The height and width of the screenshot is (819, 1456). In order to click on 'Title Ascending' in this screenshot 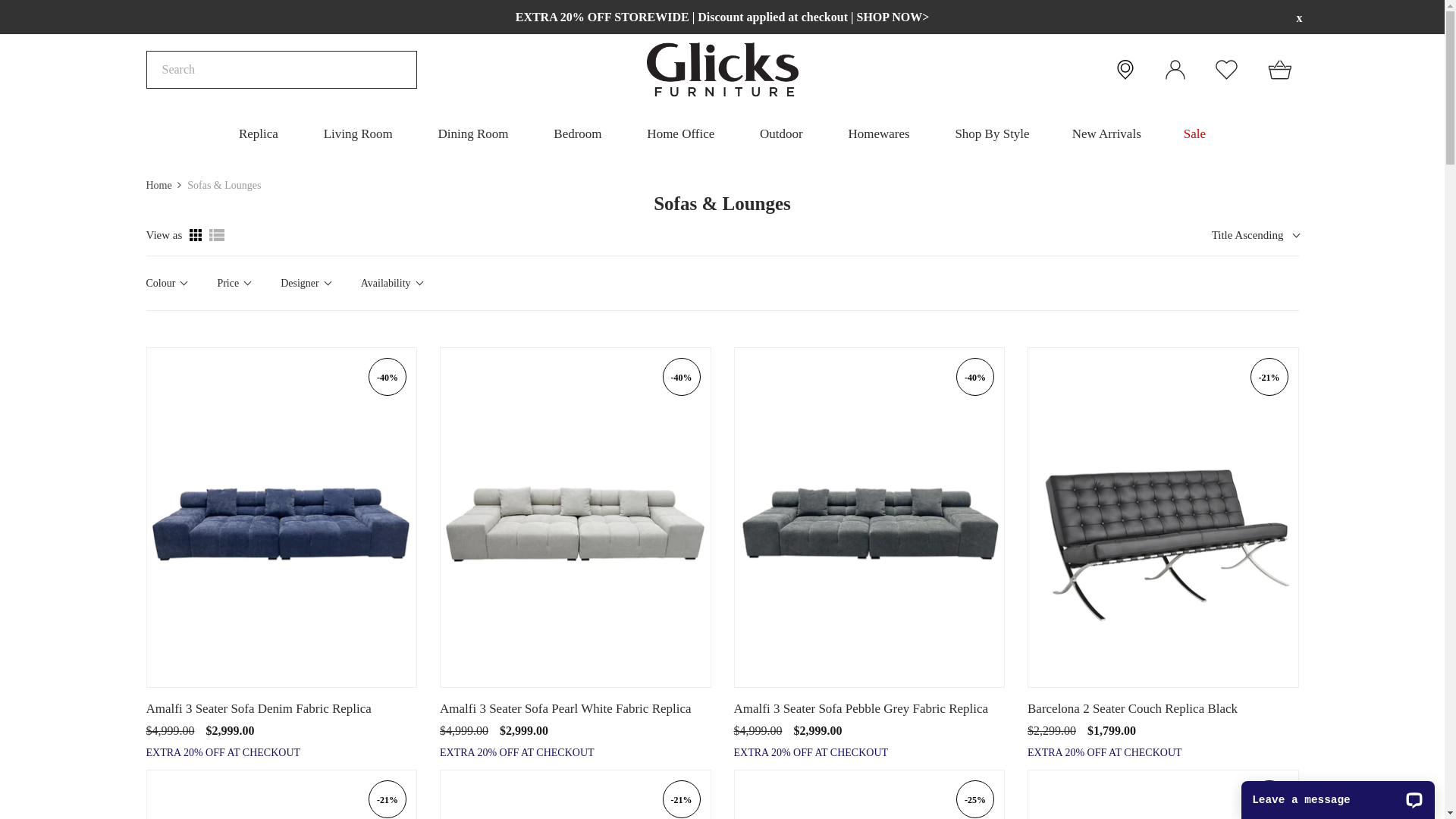, I will do `click(1253, 235)`.